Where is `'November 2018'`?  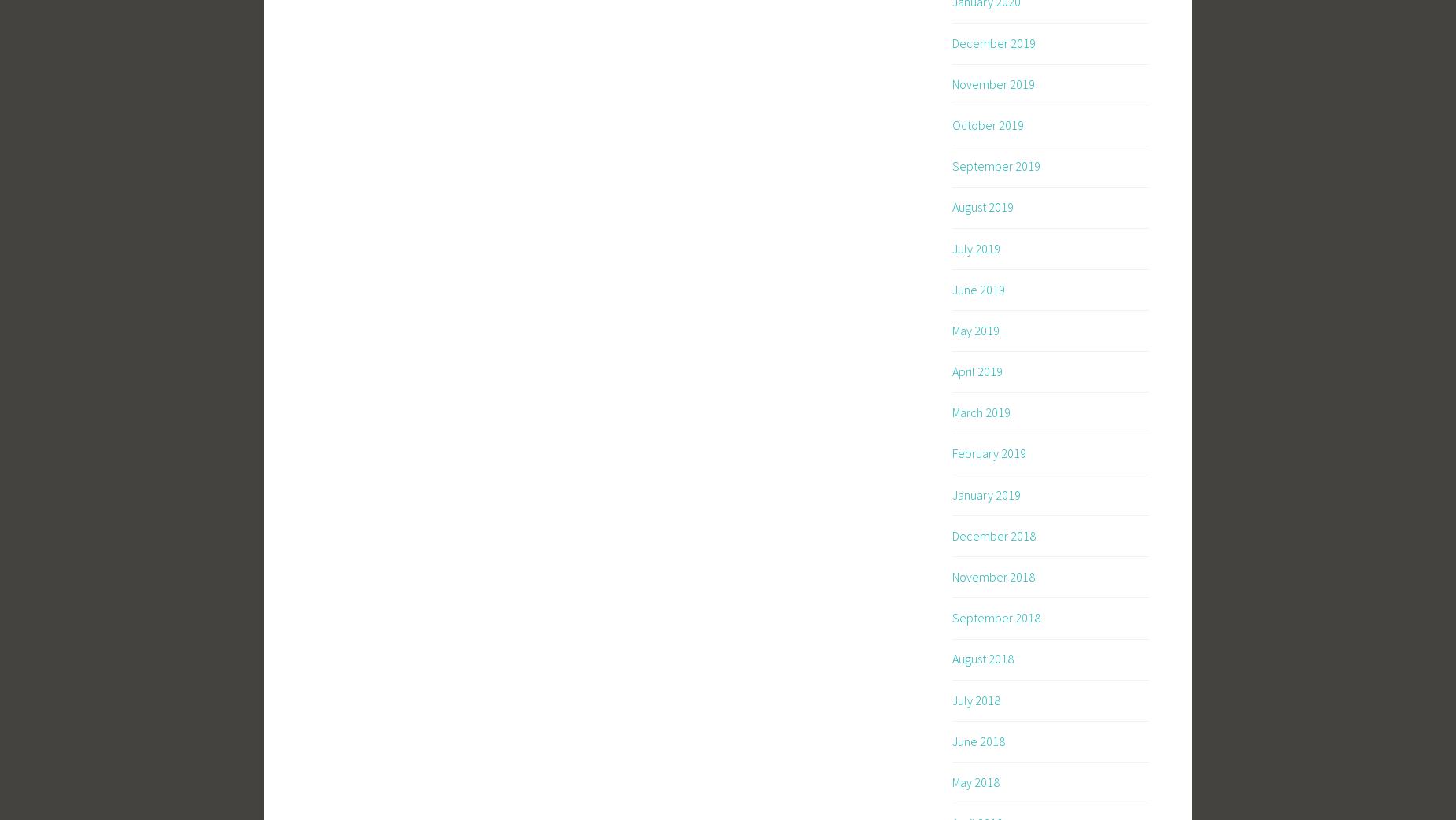 'November 2018' is located at coordinates (992, 576).